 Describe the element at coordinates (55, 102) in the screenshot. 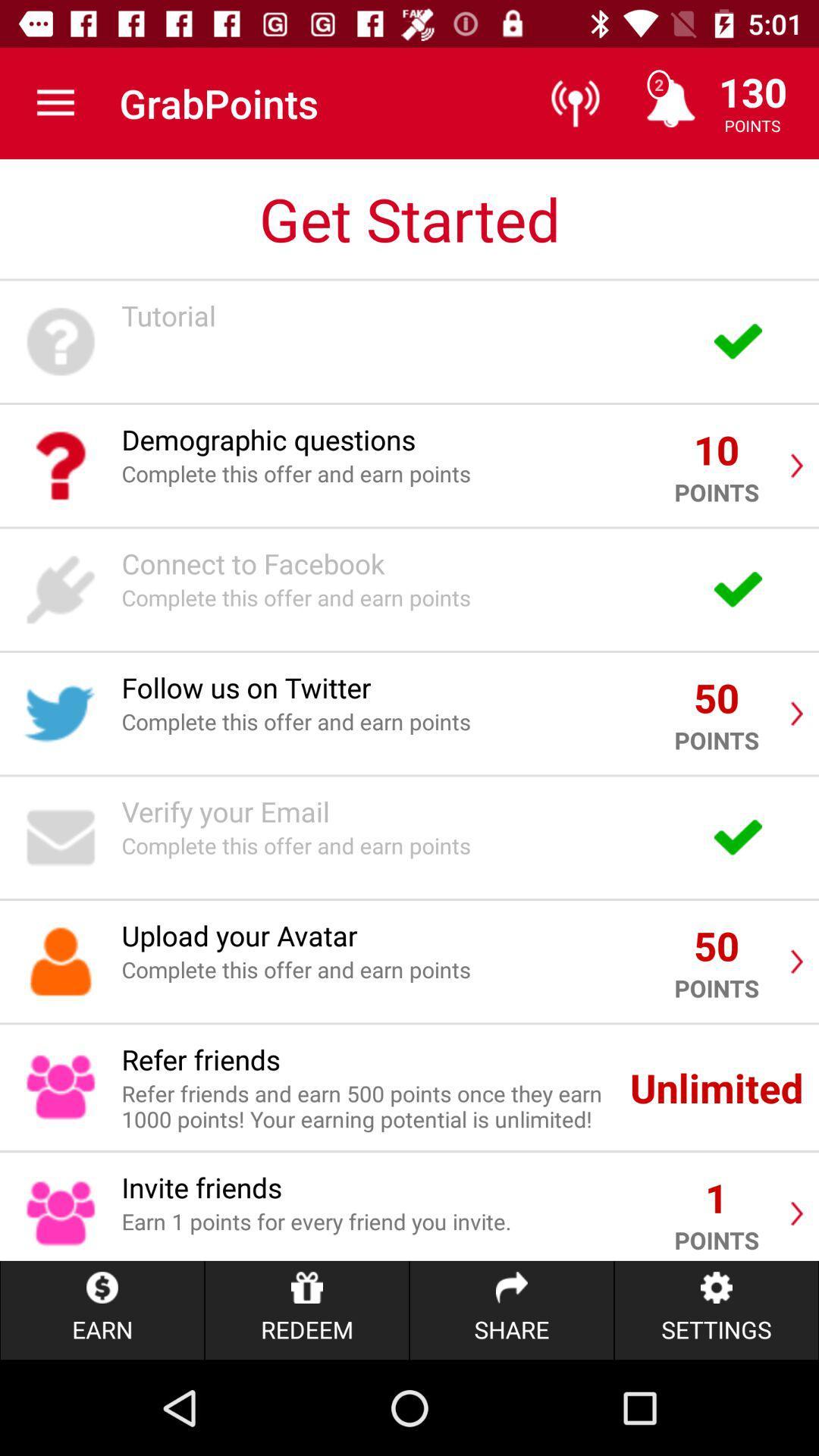

I see `the icon above get started` at that location.